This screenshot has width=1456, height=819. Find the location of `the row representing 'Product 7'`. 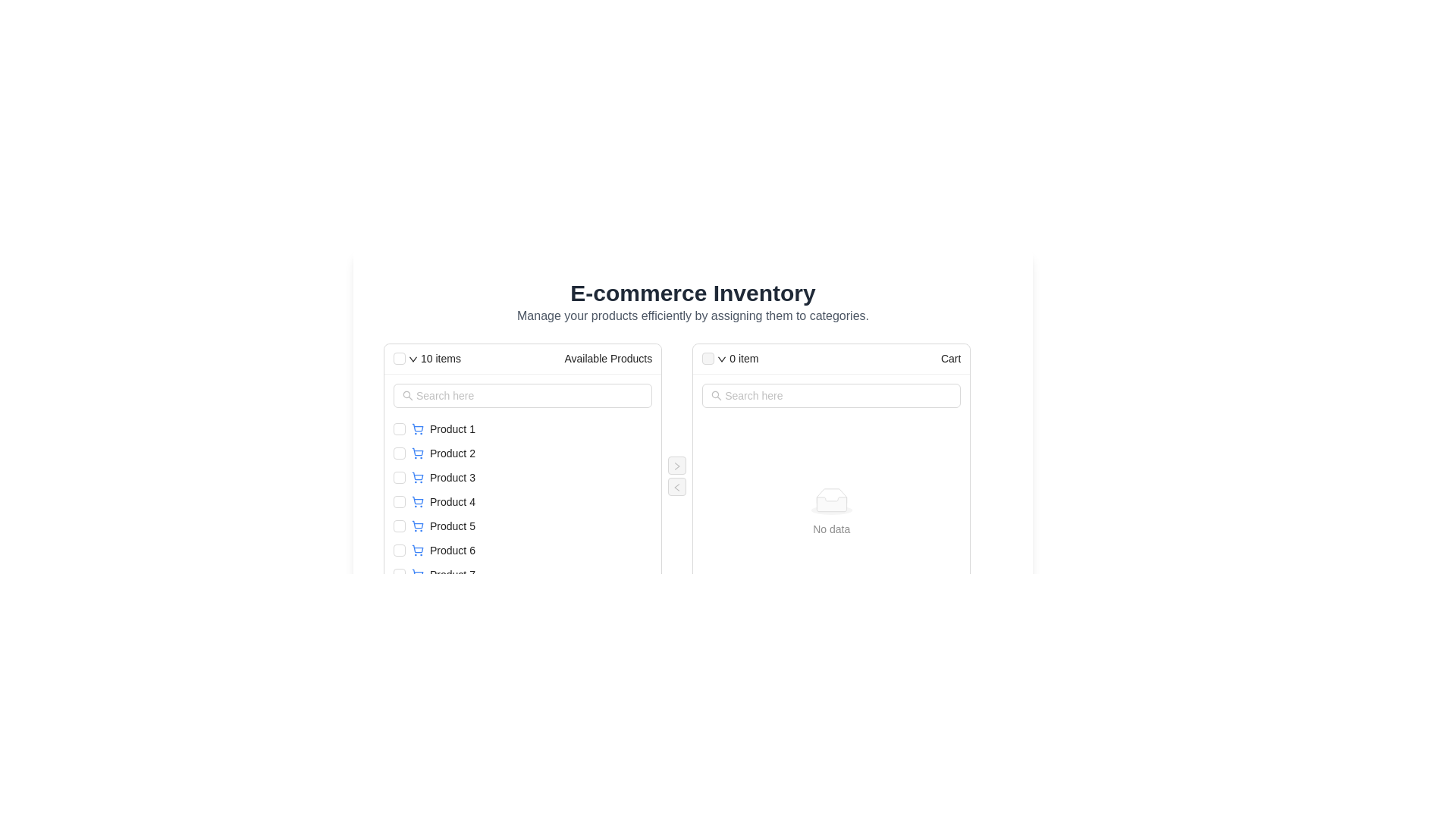

the row representing 'Product 7' is located at coordinates (522, 575).